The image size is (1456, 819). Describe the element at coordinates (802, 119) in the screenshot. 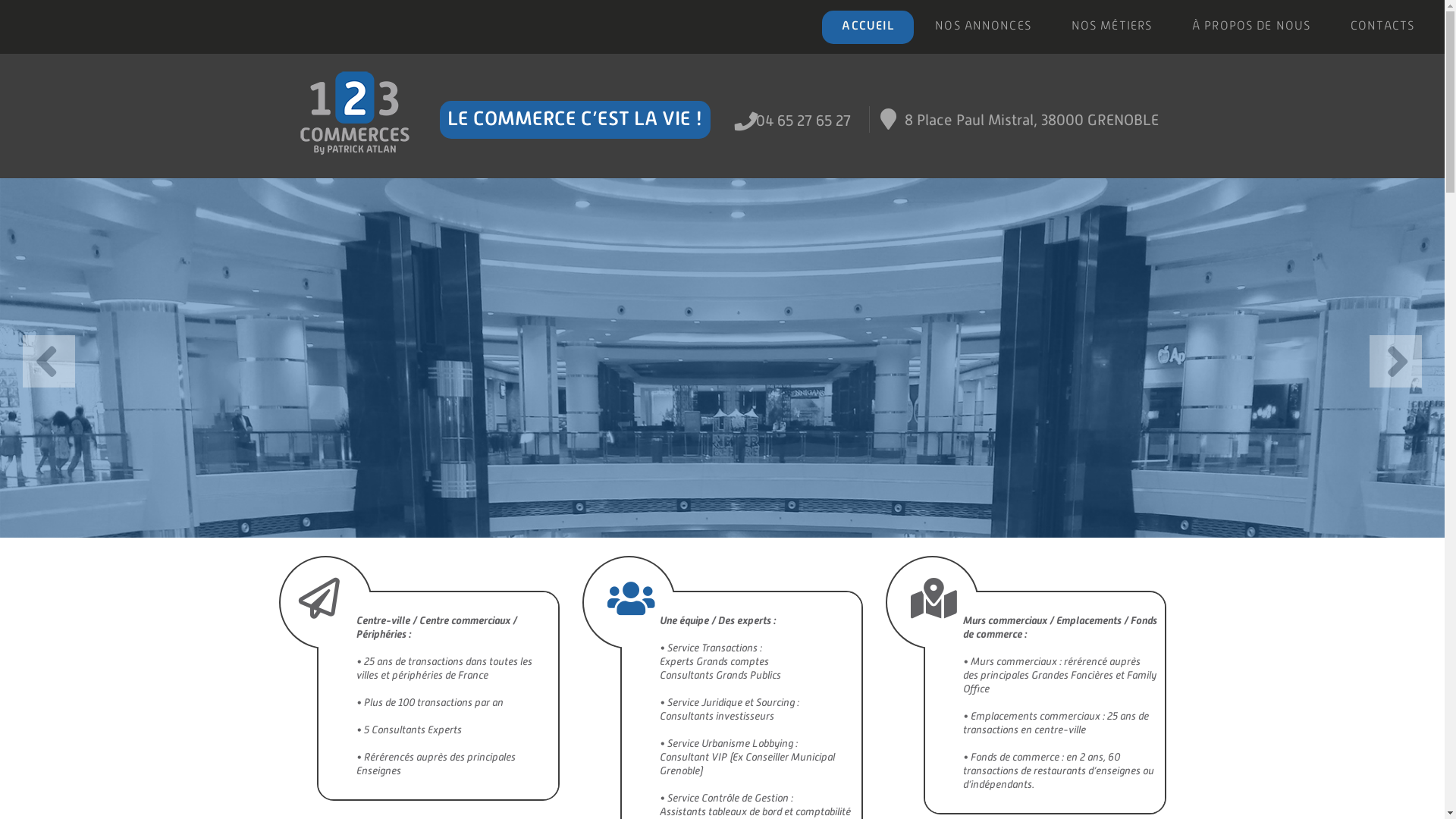

I see `'04 65 27 65 27'` at that location.